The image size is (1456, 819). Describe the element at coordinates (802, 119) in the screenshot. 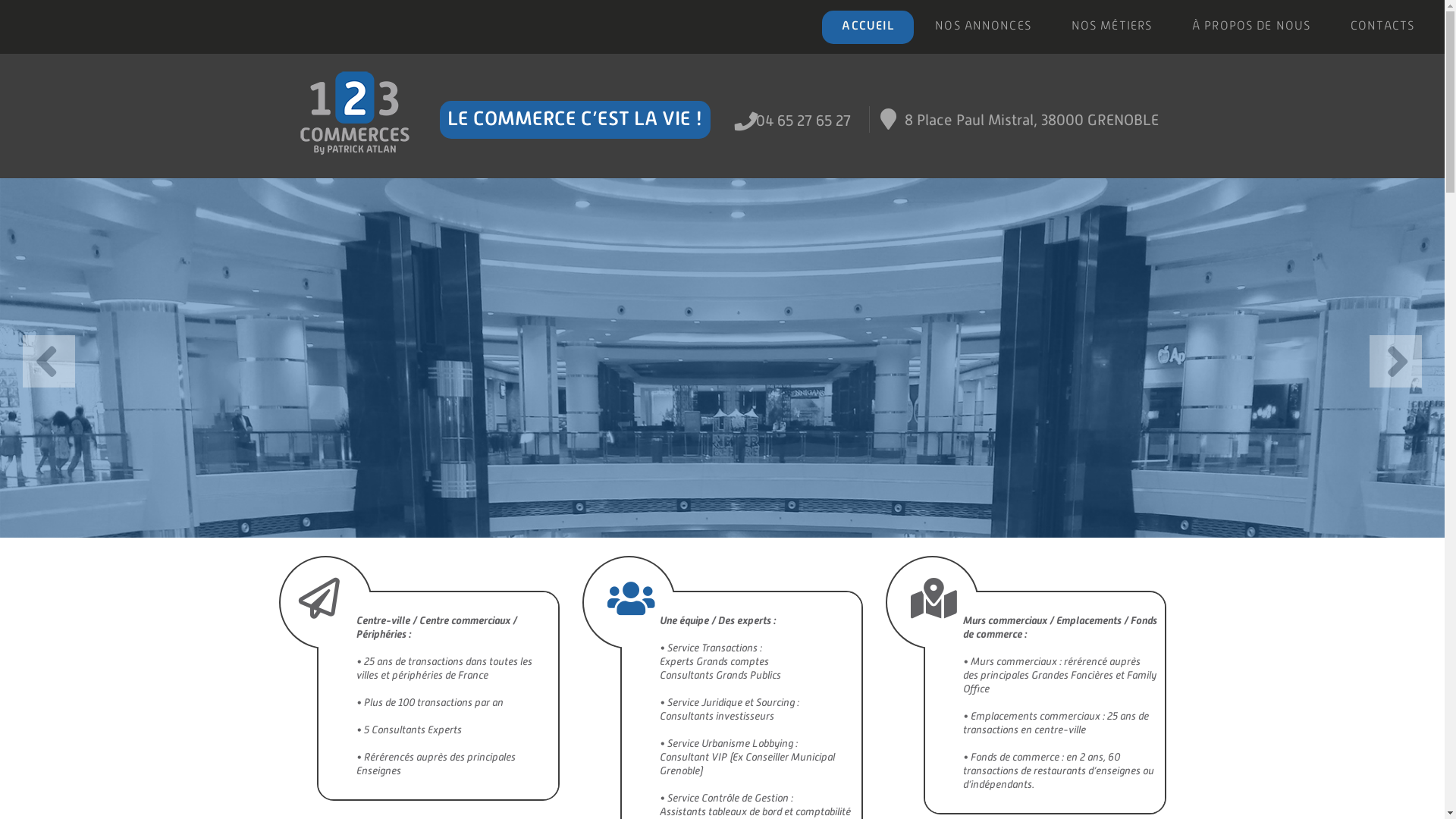

I see `'04 65 27 65 27'` at that location.